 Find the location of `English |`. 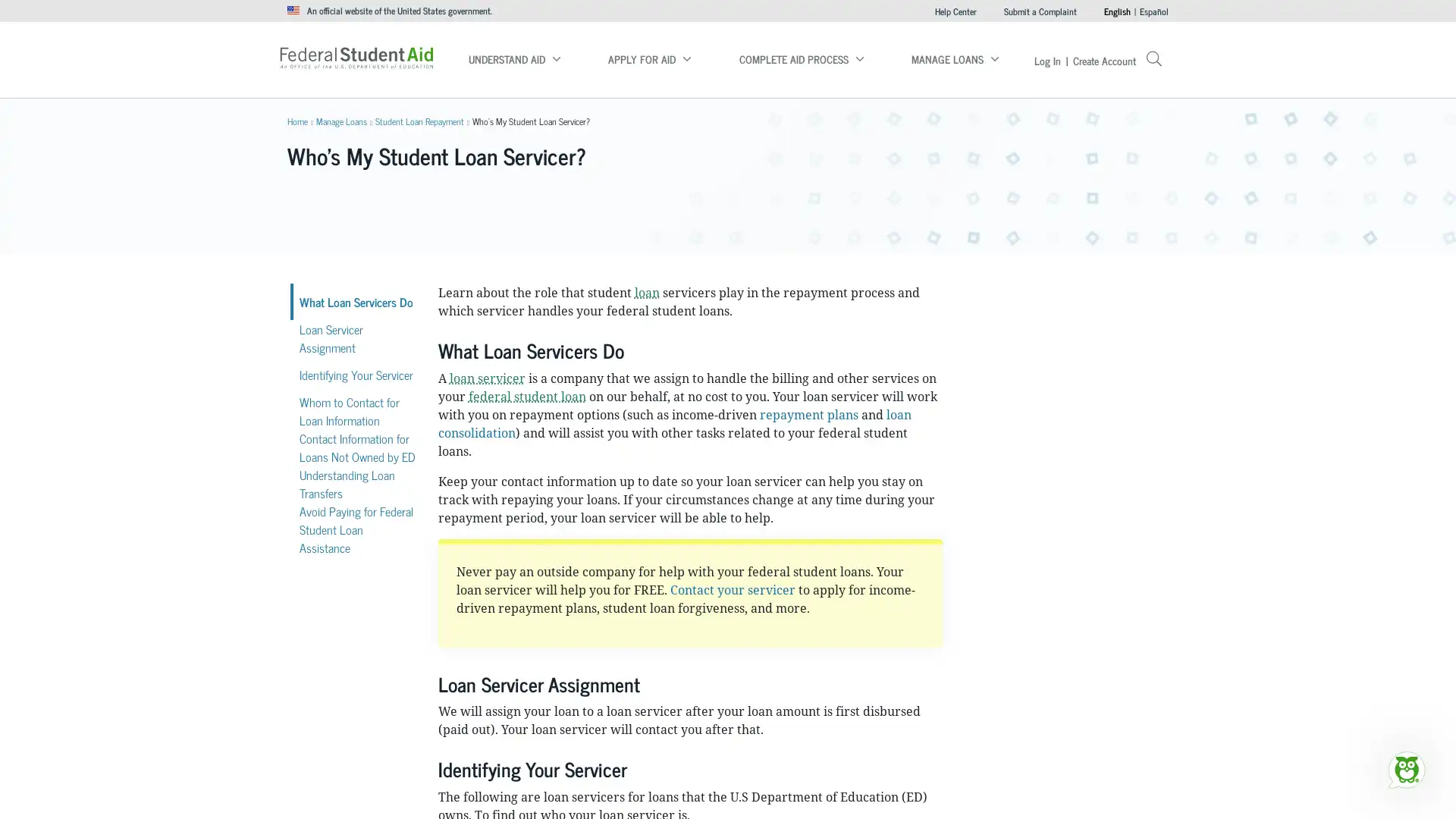

English | is located at coordinates (1117, 11).